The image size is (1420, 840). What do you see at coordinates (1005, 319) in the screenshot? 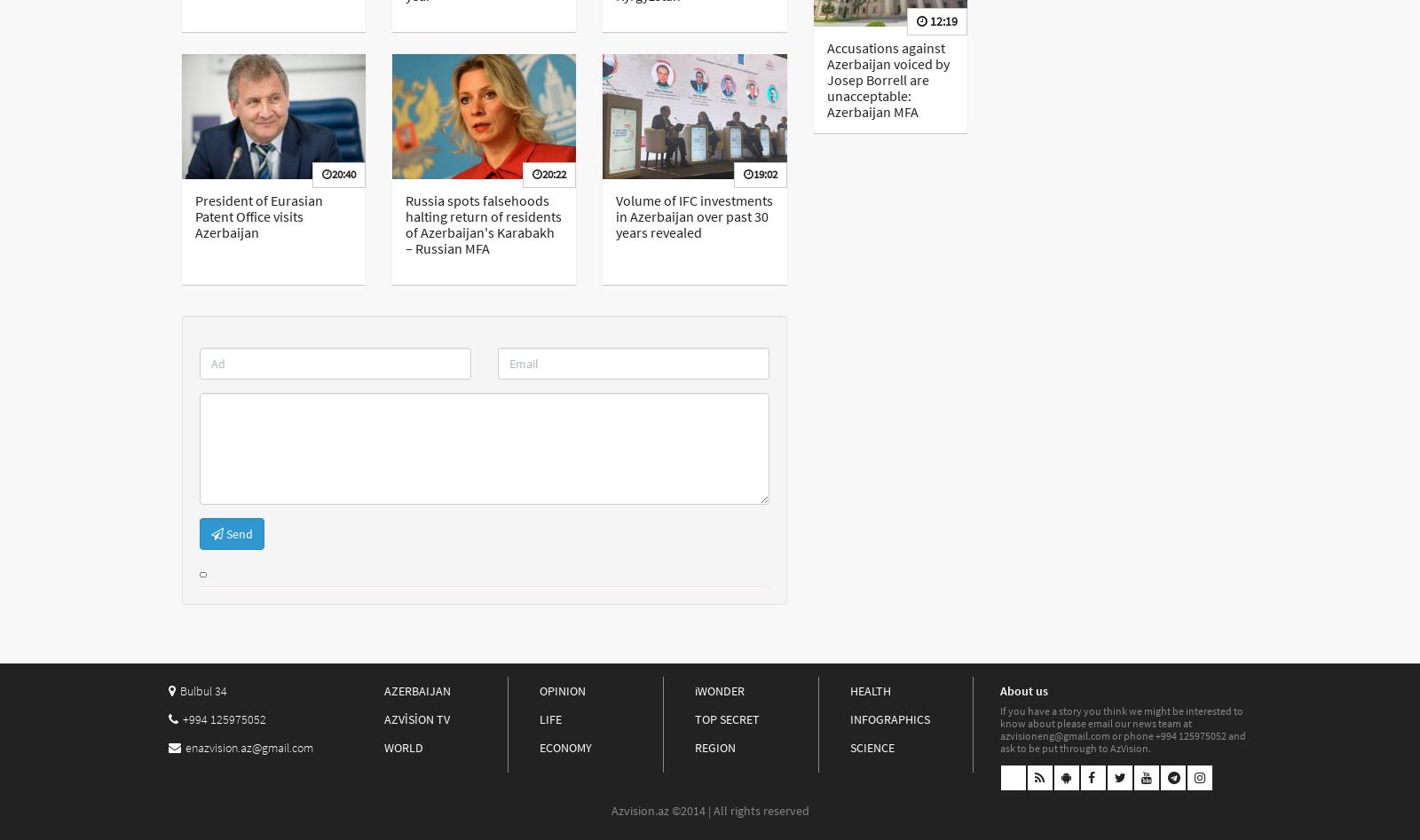
I see `'10:38'` at bounding box center [1005, 319].